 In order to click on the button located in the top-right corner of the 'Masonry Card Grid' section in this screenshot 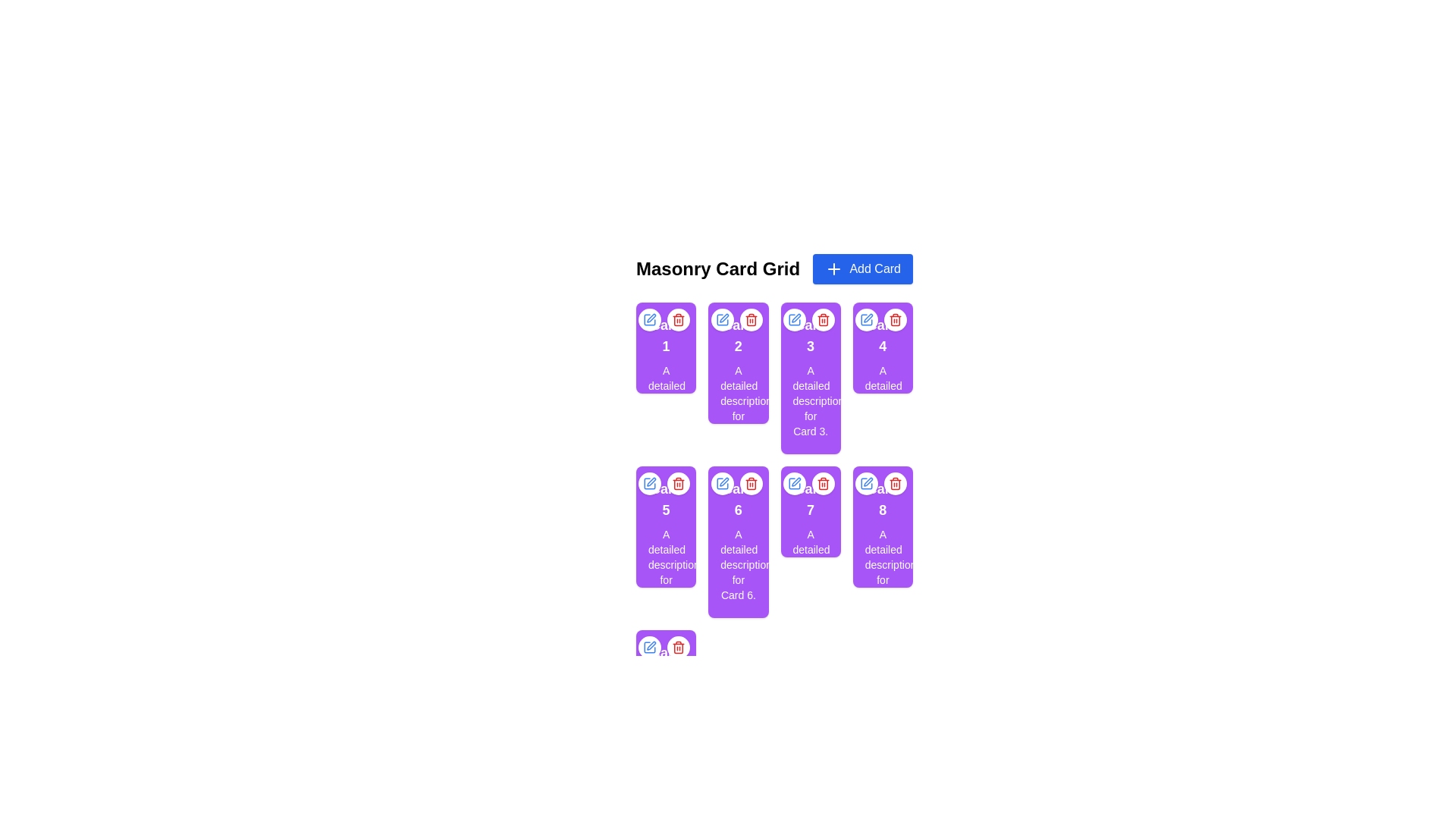, I will do `click(863, 268)`.